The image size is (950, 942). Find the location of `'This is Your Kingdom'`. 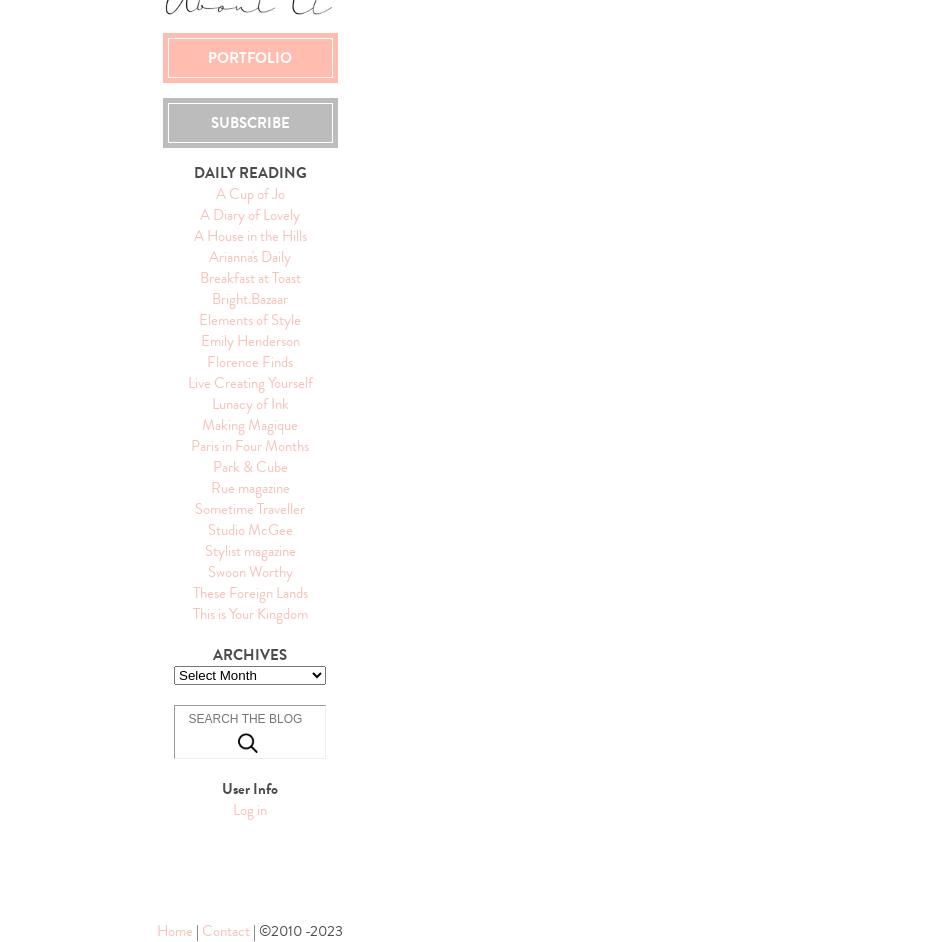

'This is Your Kingdom' is located at coordinates (248, 612).